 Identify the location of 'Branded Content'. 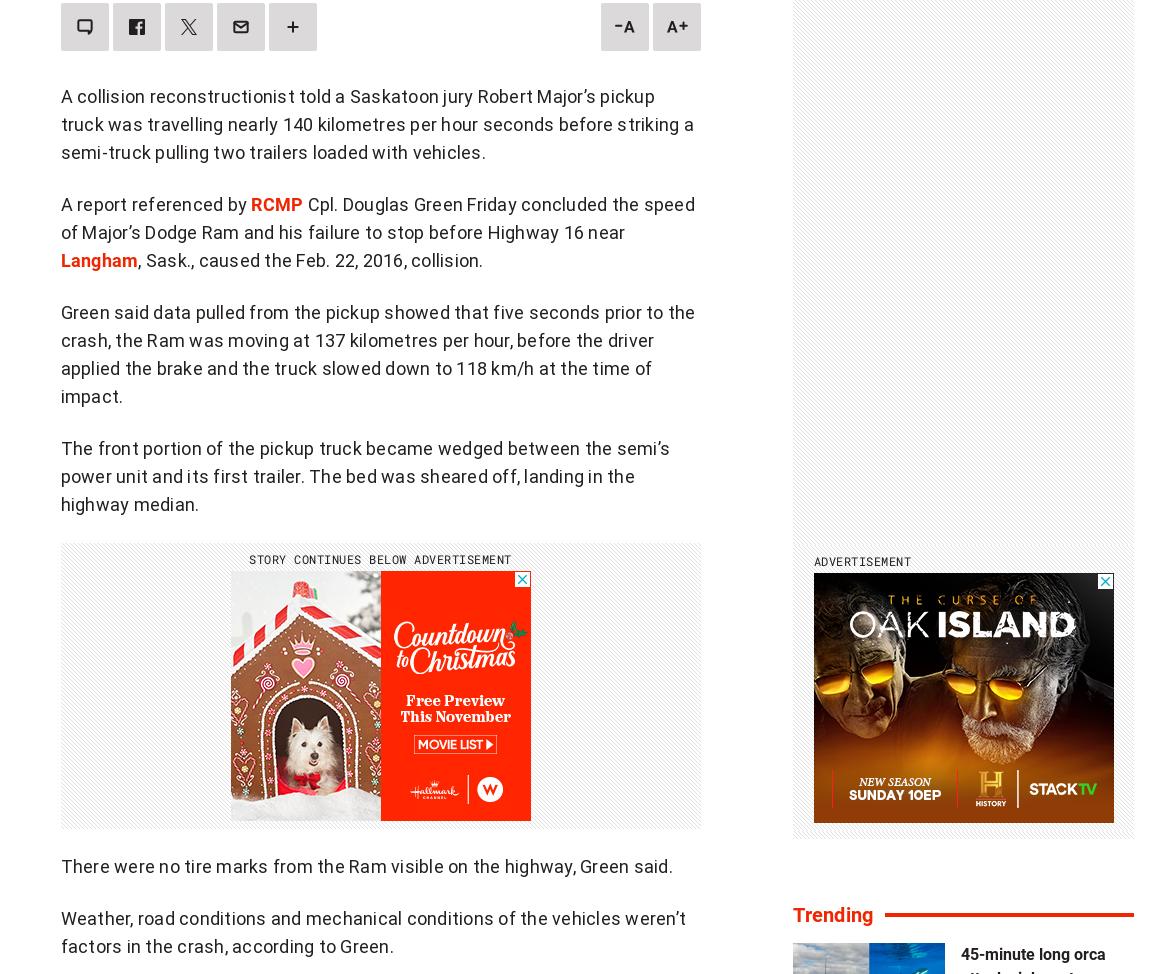
(334, 860).